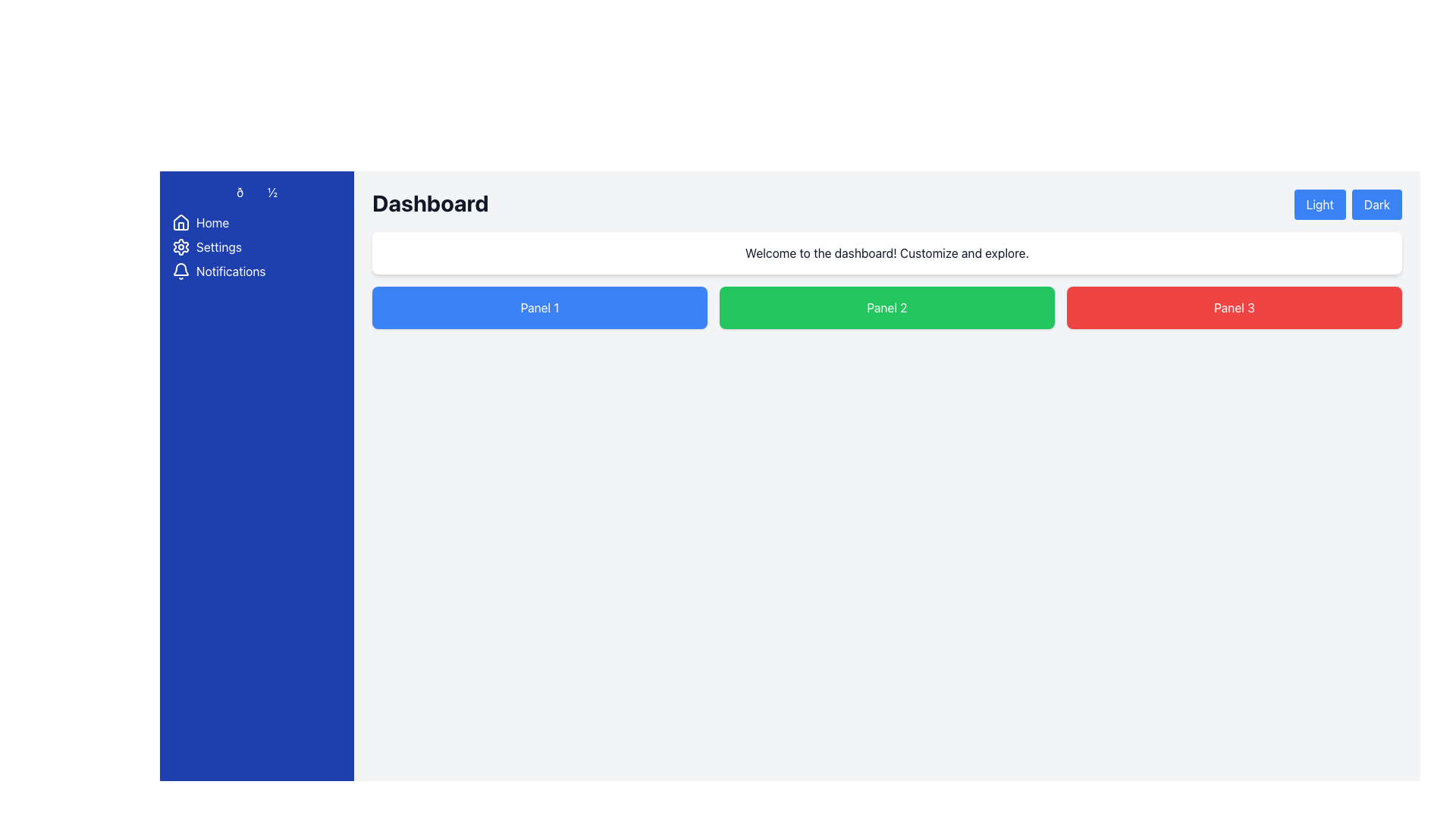 This screenshot has width=1456, height=819. What do you see at coordinates (539, 307) in the screenshot?
I see `the first panel in the row of three panels, which is located in the upper-middle region of the interface and positioned leftmost among its siblings` at bounding box center [539, 307].